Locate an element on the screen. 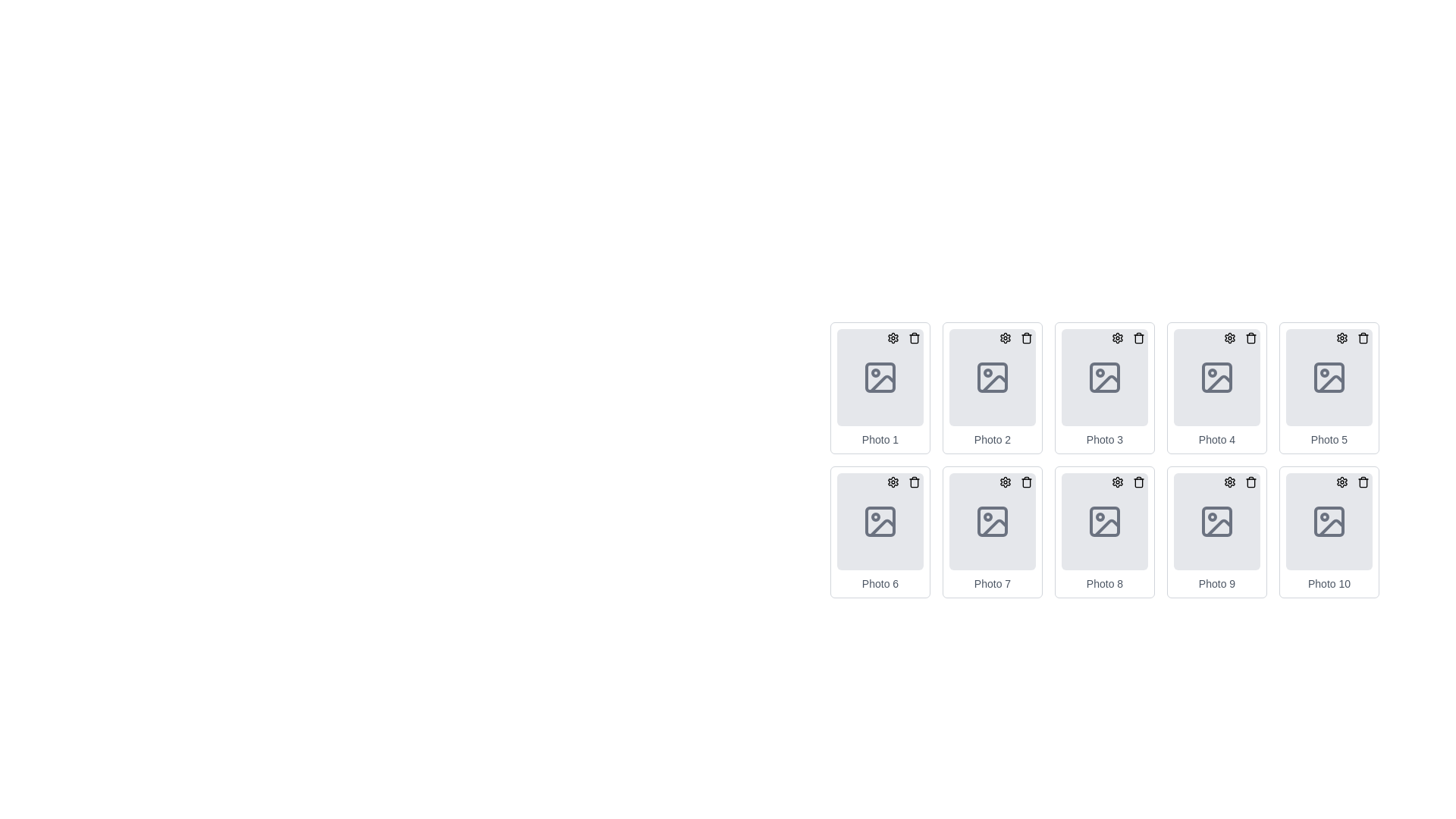 This screenshot has width=1456, height=819. the gray picture frame icon, which represents an image or photo, located in the center of the seventh card in a two-row grid layout is located at coordinates (993, 520).